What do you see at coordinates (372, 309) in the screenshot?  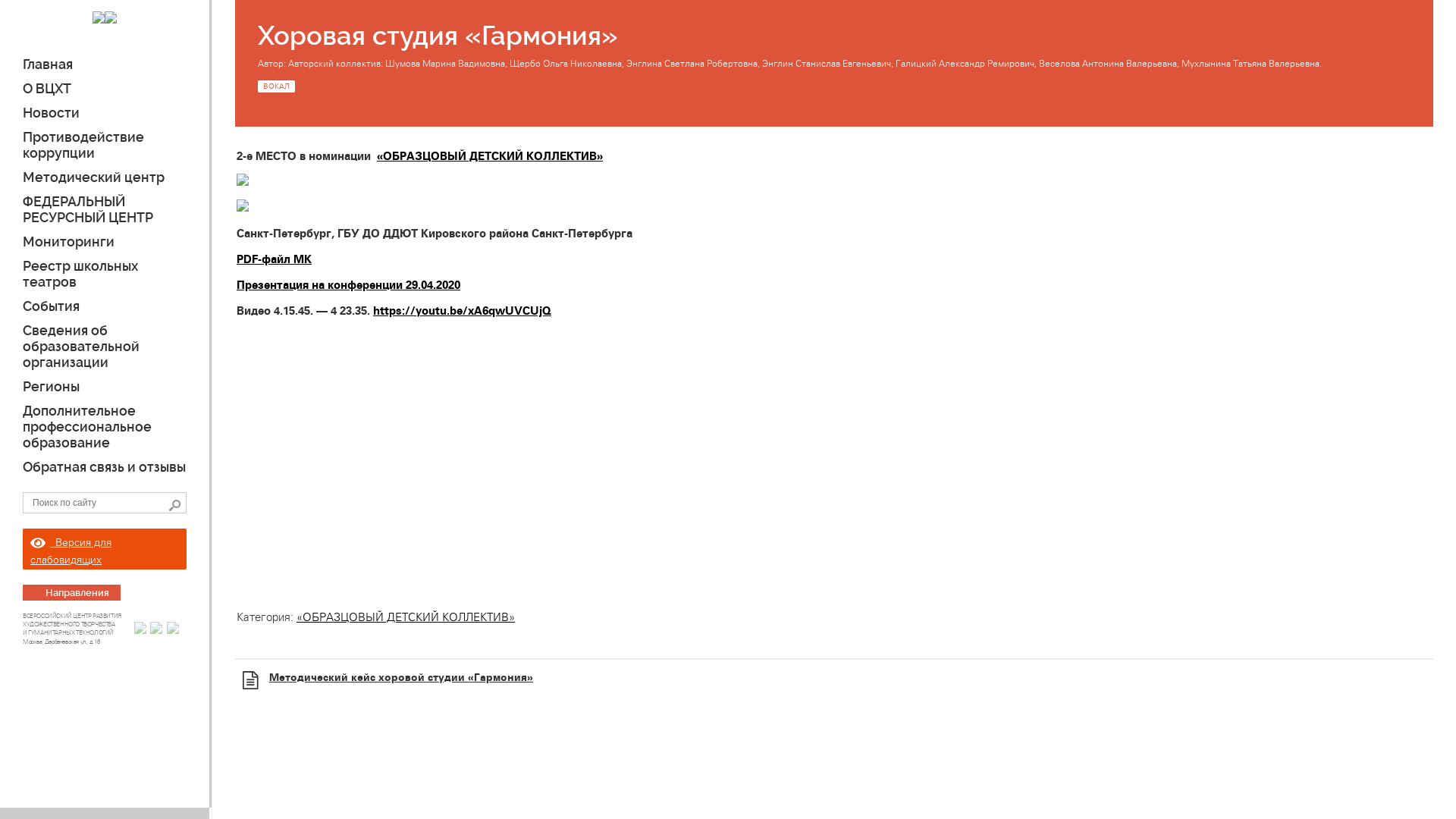 I see `'https://youtu.be/xA6qwUVCUjQ'` at bounding box center [372, 309].